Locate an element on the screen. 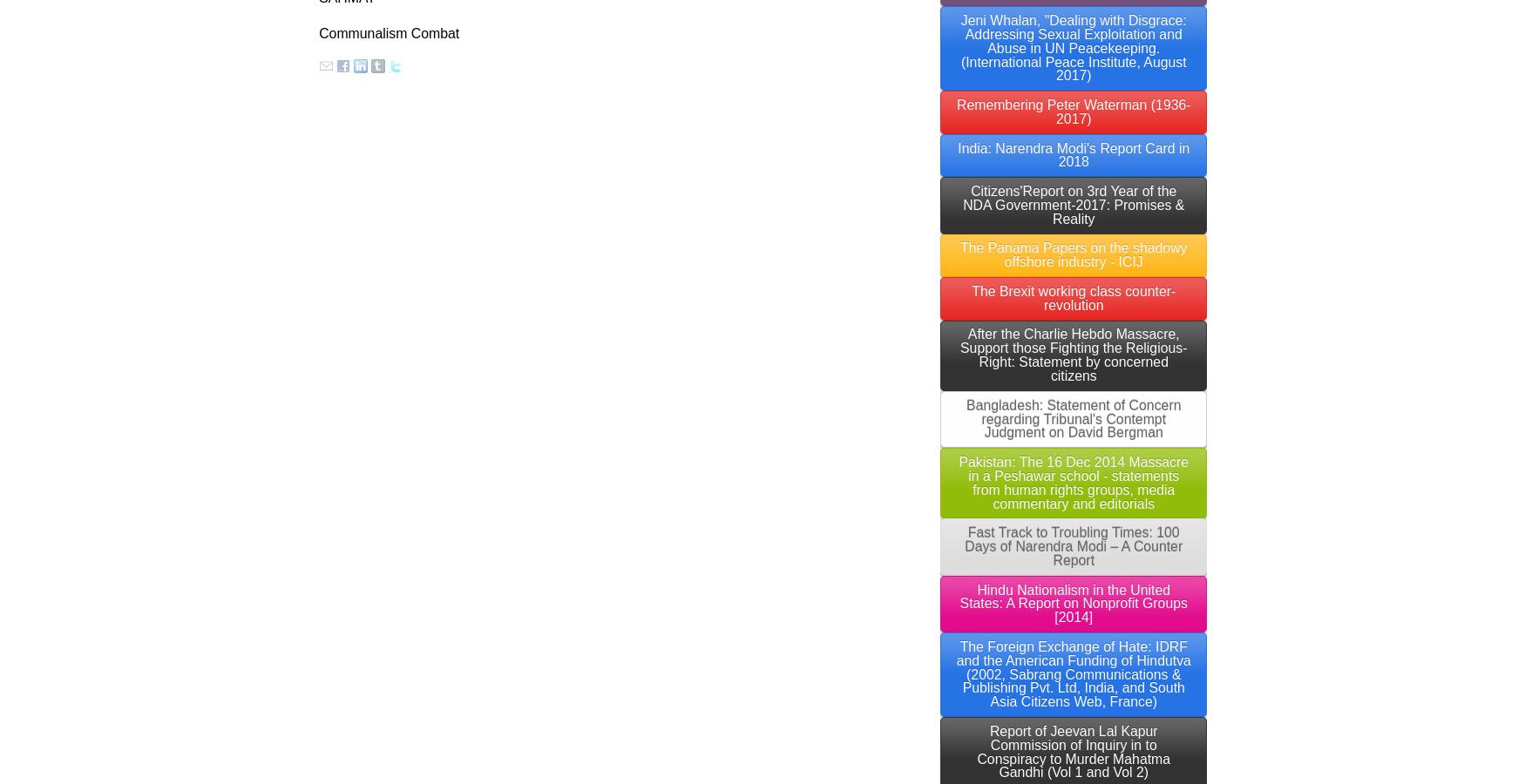 The width and height of the screenshot is (1525, 784). 'Report of Jeevan Lal Kapur Commission of Inquiry in to Conspiracy to Murder Mahatma Gandhi (Vol 1 and Vol 2)' is located at coordinates (1074, 751).